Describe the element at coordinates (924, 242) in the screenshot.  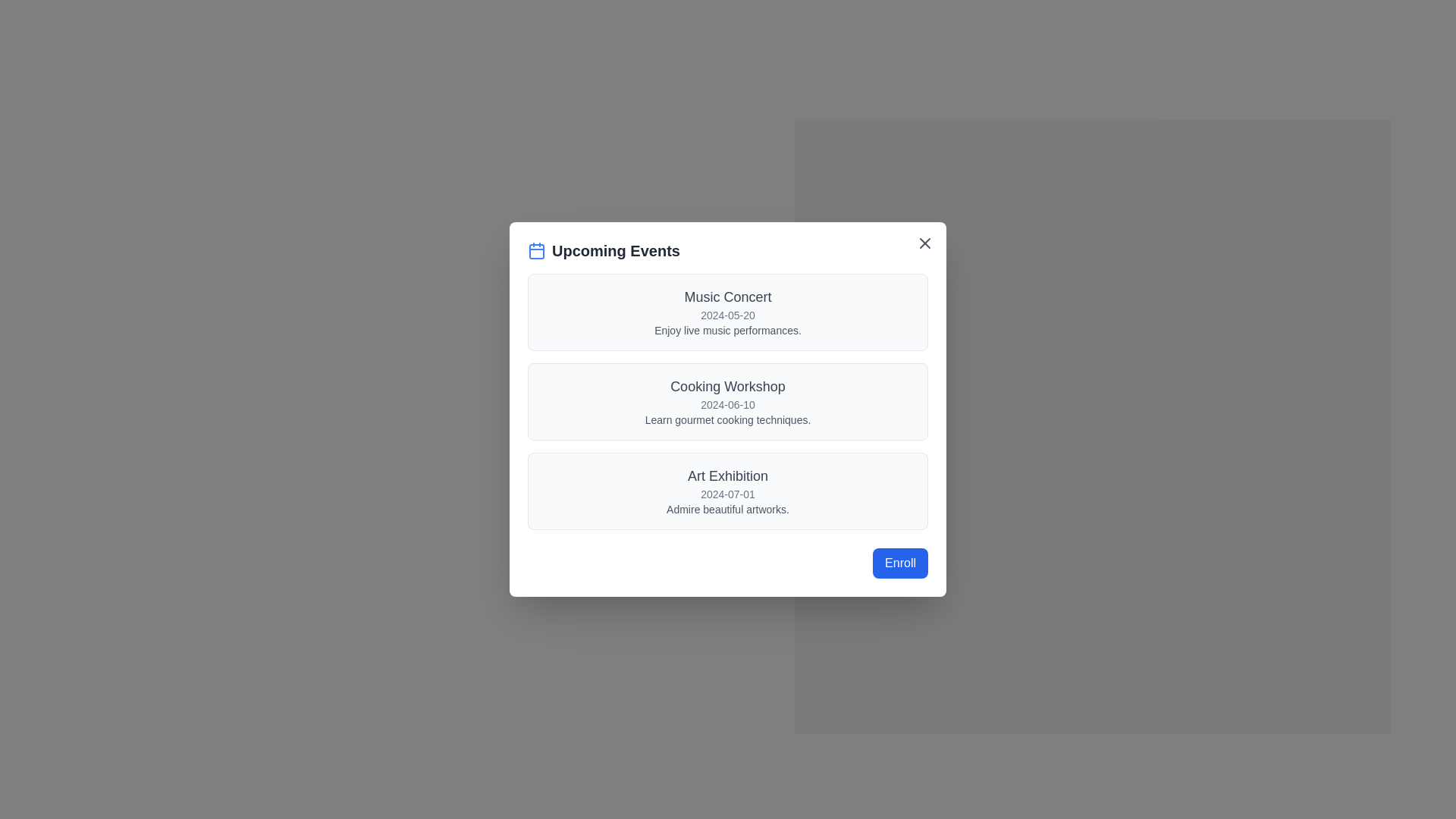
I see `the 'close' icon (X symbol) located in the upper-right corner of the 'Upcoming Events' modal dialog` at that location.